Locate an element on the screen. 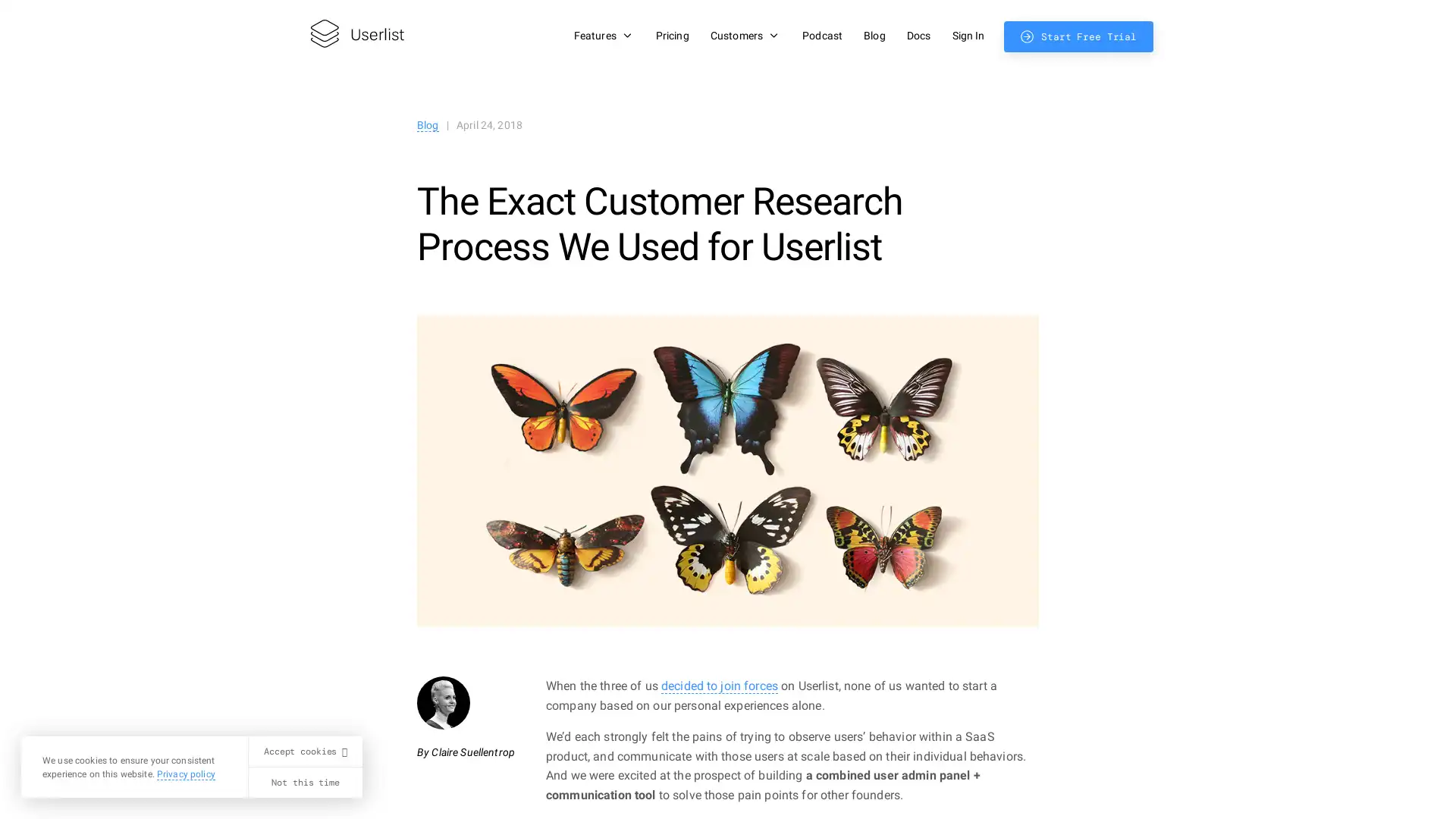  Not this time is located at coordinates (304, 783).